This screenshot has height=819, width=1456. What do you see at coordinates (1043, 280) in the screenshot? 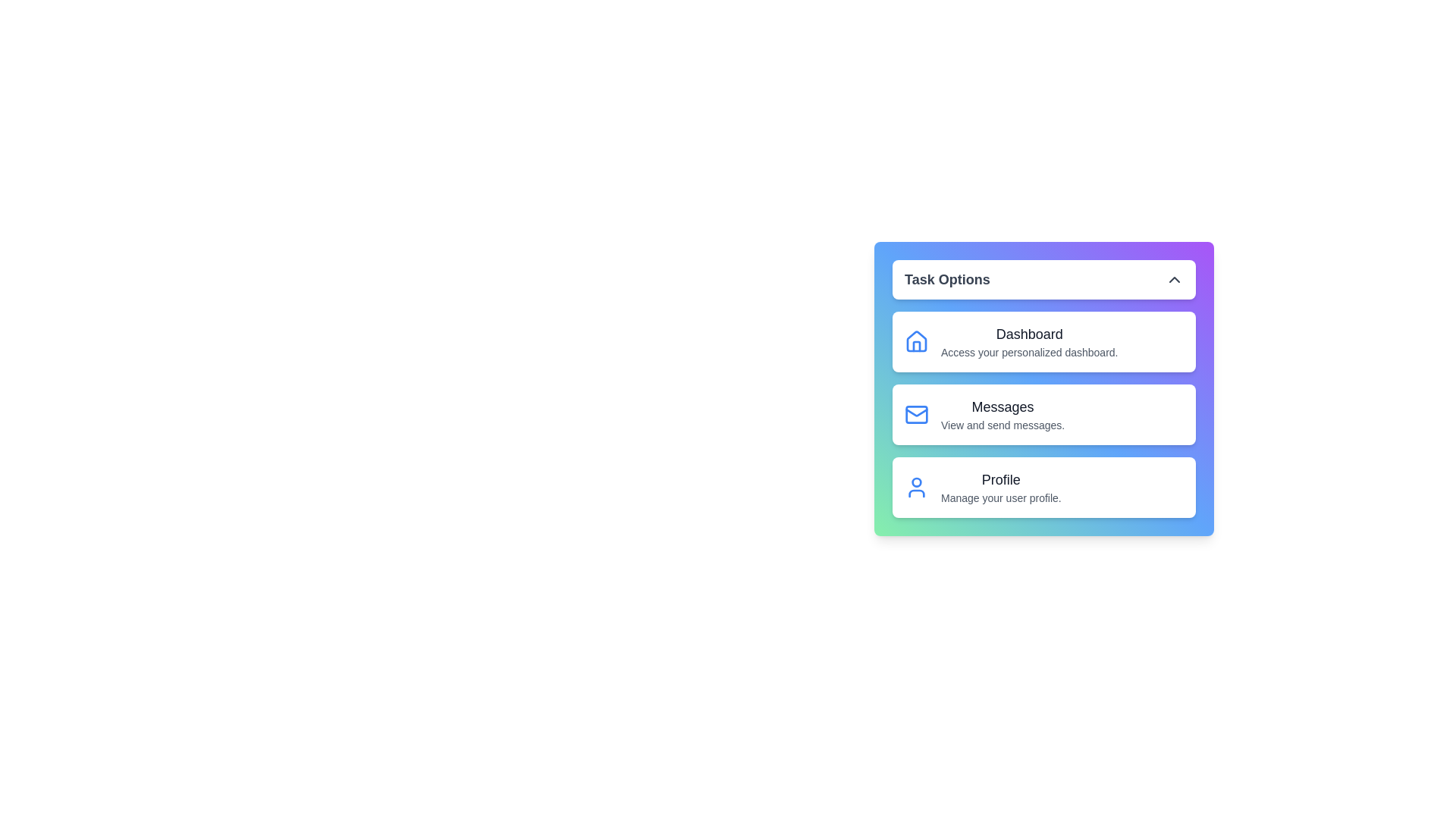
I see `the 'Task Options' button to toggle the menu` at bounding box center [1043, 280].